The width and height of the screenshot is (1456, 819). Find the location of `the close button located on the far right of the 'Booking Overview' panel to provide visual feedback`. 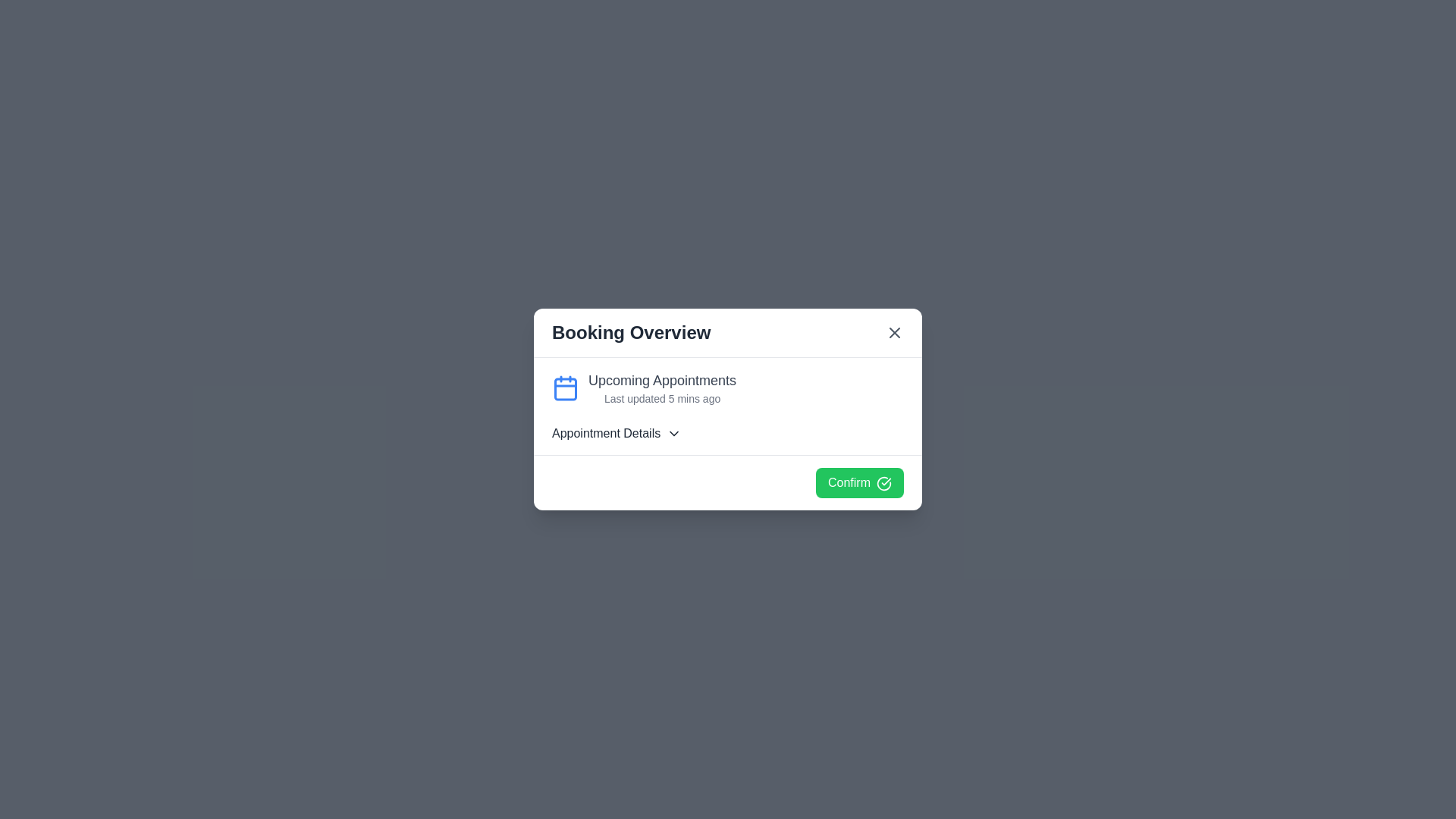

the close button located on the far right of the 'Booking Overview' panel to provide visual feedback is located at coordinates (895, 332).